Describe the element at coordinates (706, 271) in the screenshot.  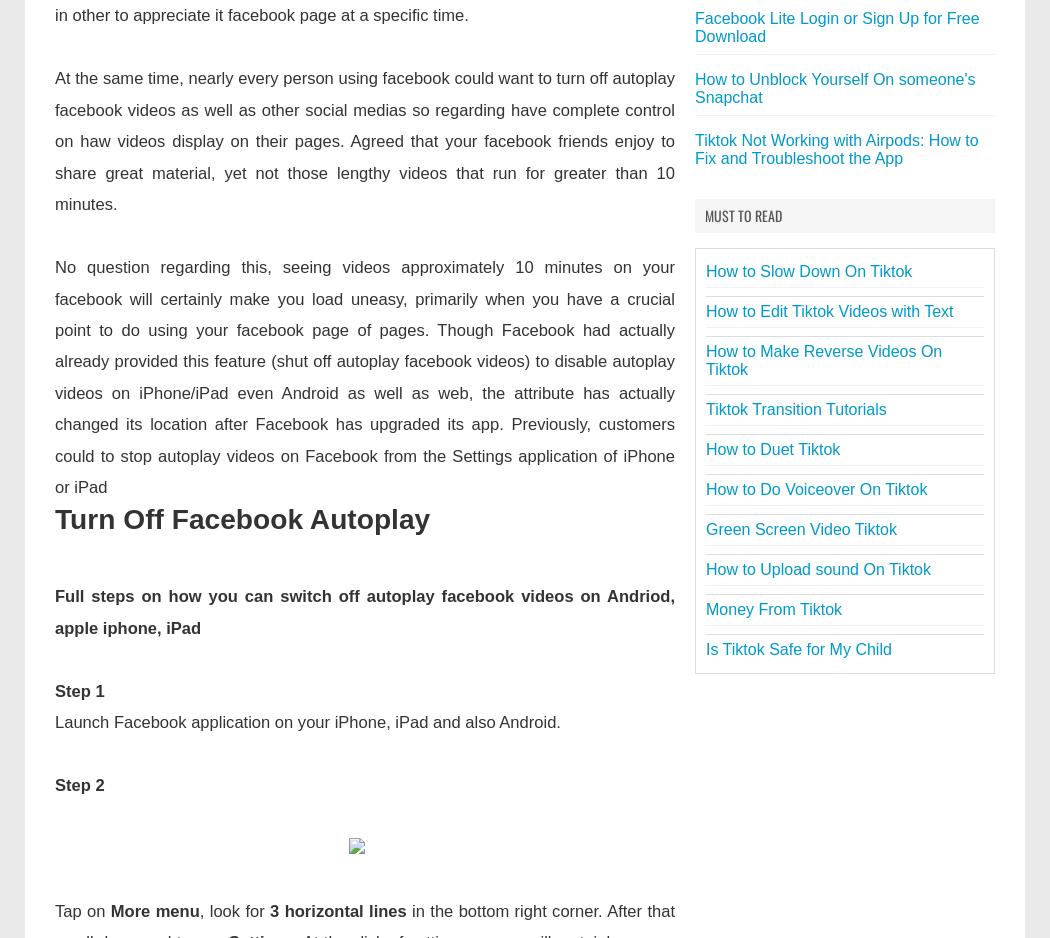
I see `'How to Slow Down On Tiktok'` at that location.